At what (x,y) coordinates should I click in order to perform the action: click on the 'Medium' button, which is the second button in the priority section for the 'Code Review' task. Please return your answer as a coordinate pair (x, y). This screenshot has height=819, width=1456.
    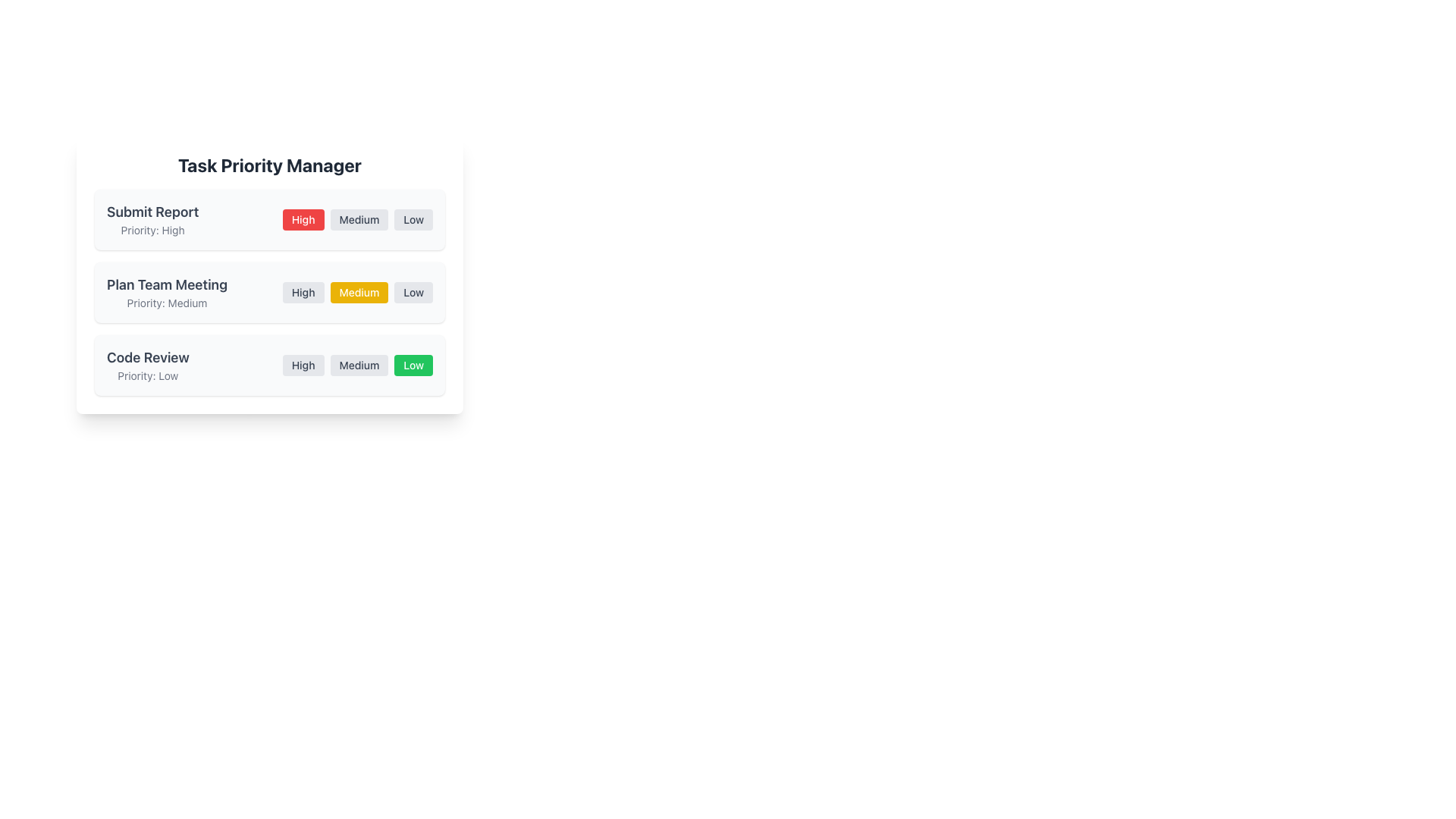
    Looking at the image, I should click on (359, 366).